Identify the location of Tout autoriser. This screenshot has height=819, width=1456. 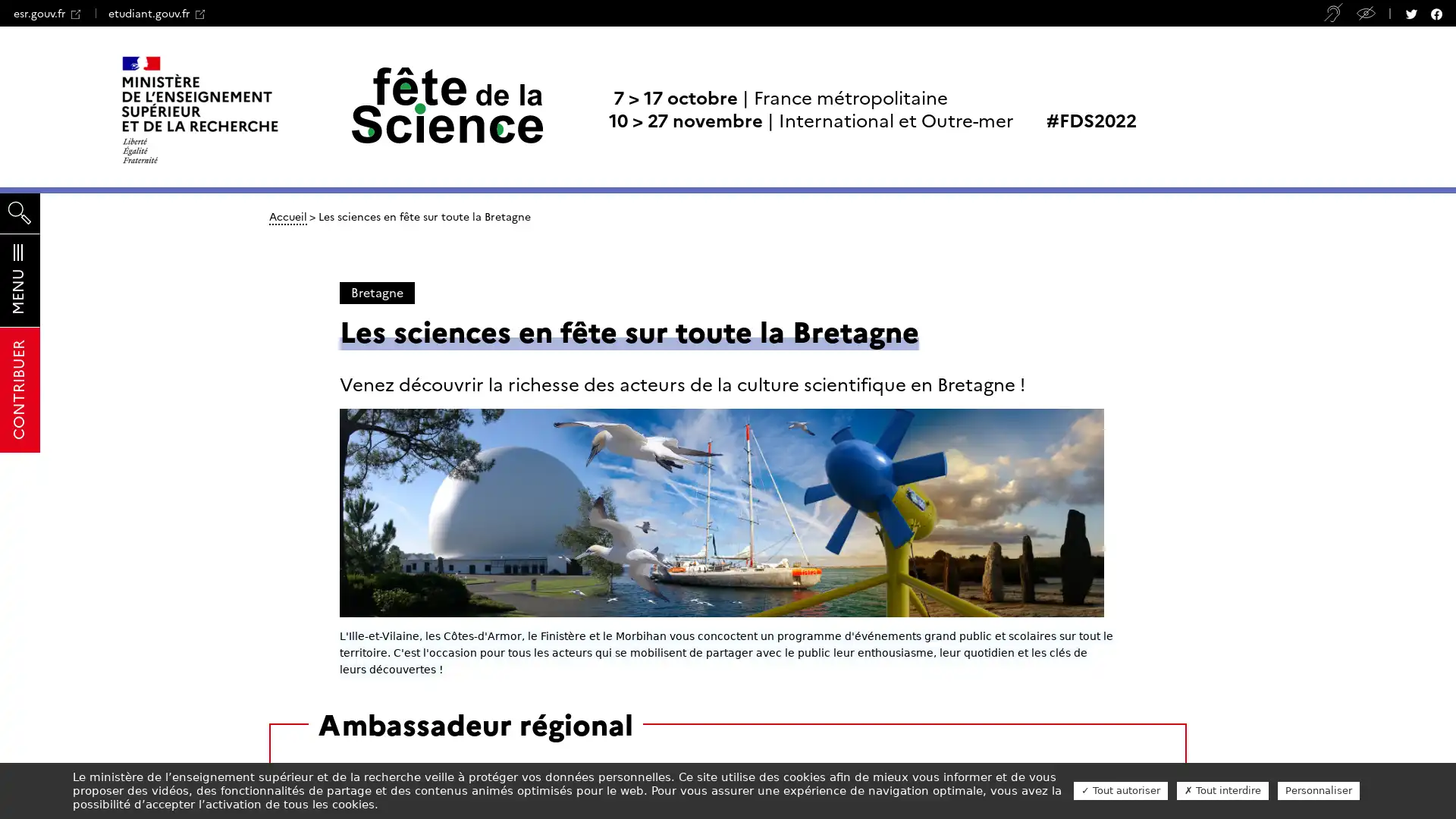
(1121, 789).